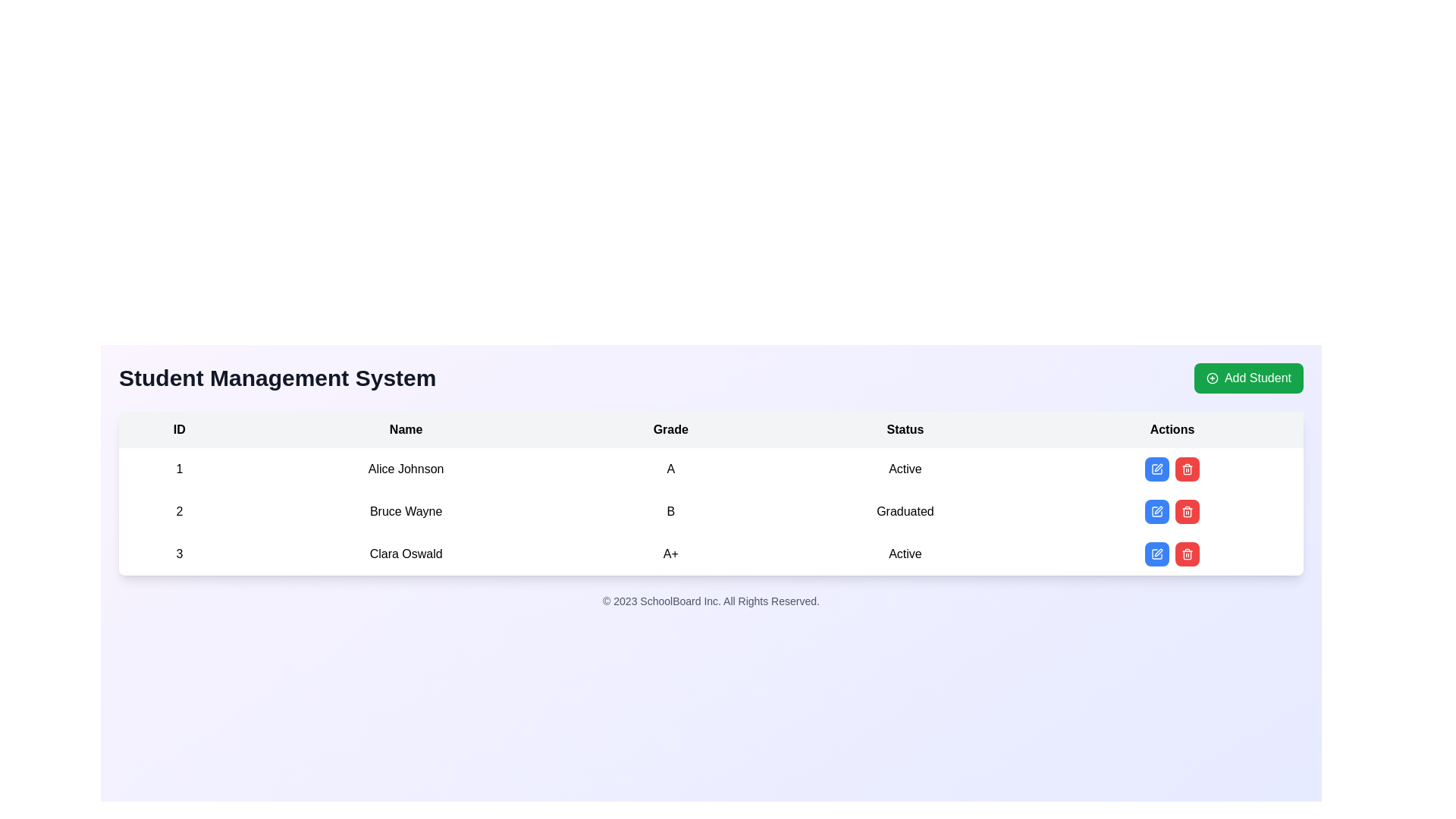  I want to click on the pen tip icon in the 'Actions' column of the grid, specifically in the third row associated with 'Clara Oswald', so click(1157, 467).